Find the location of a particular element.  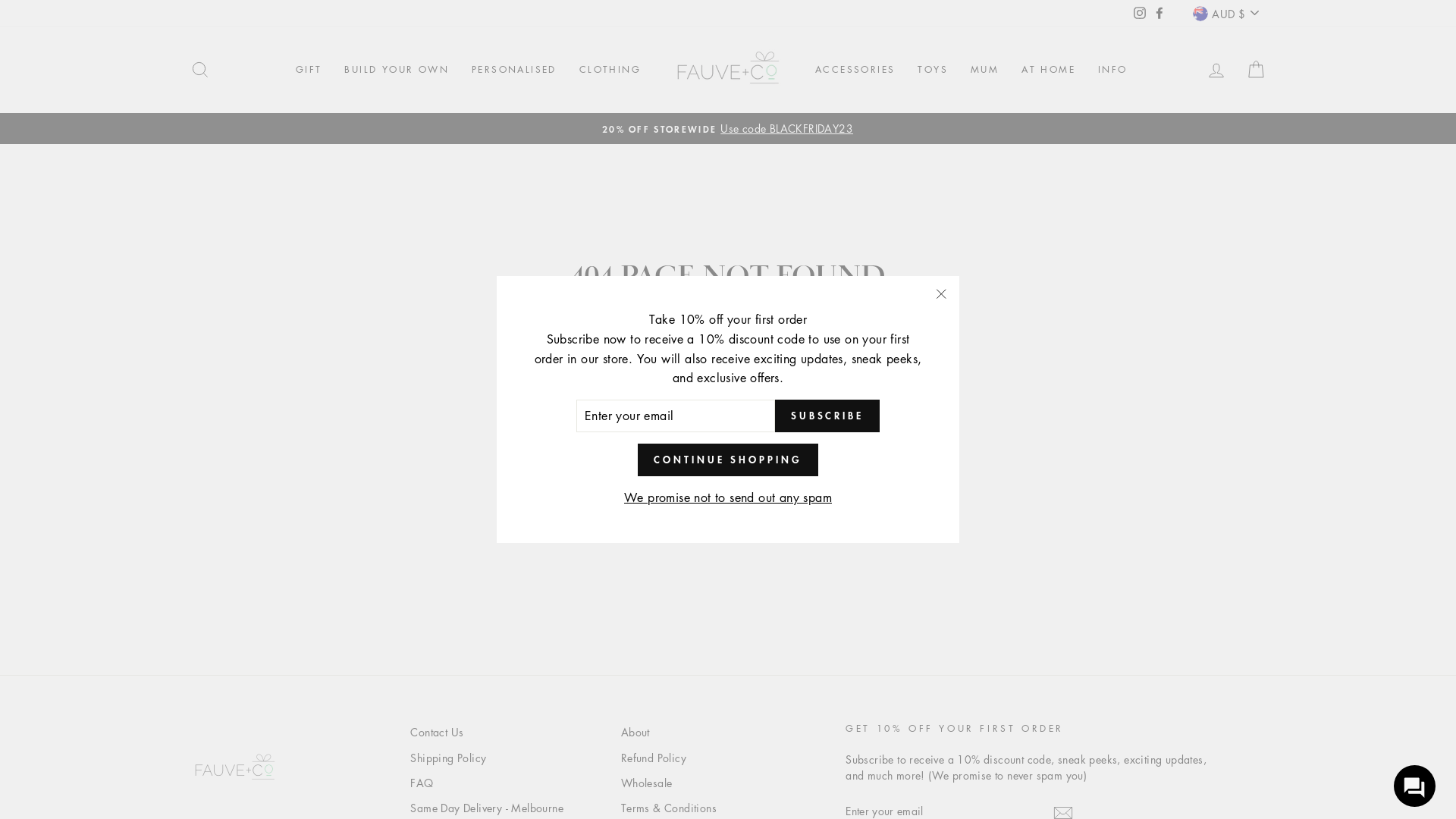

'Skip to content' is located at coordinates (0, 0).